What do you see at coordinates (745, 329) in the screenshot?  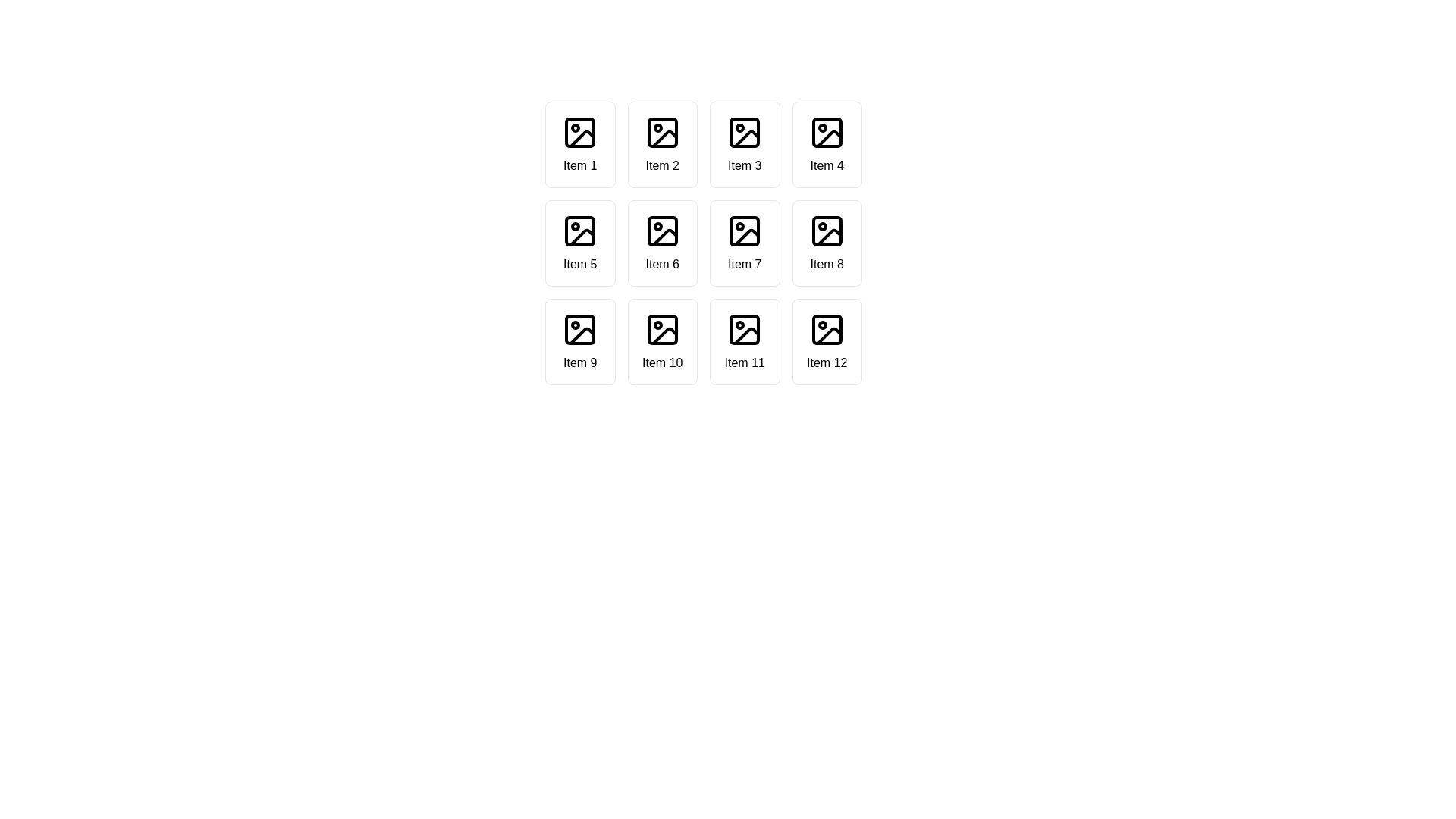 I see `the icon representing the media item associated with 'Item 11', located in the third row and third column of a 4x3 grid layout` at bounding box center [745, 329].